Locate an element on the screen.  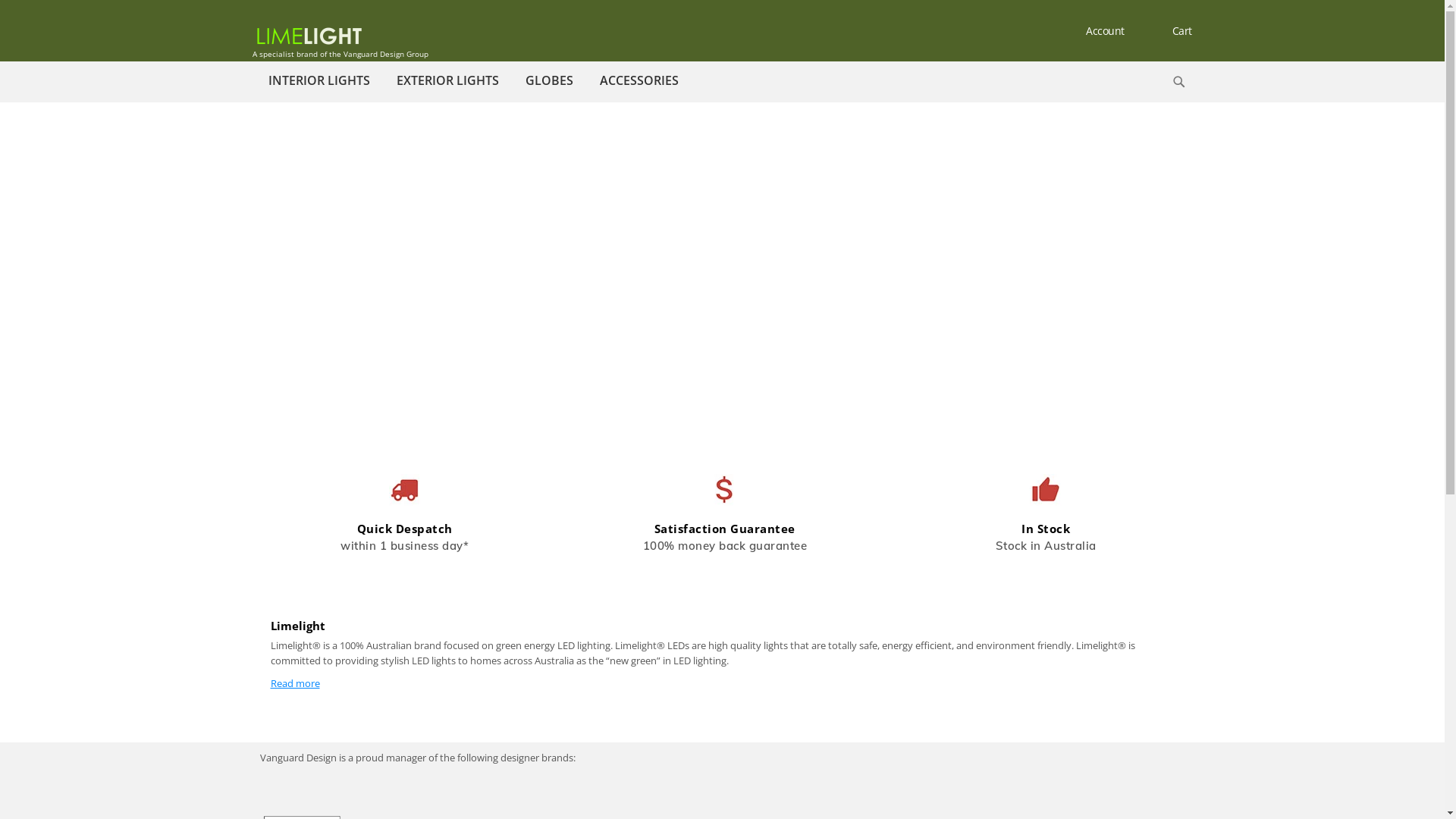
'Read more' is located at coordinates (294, 683).